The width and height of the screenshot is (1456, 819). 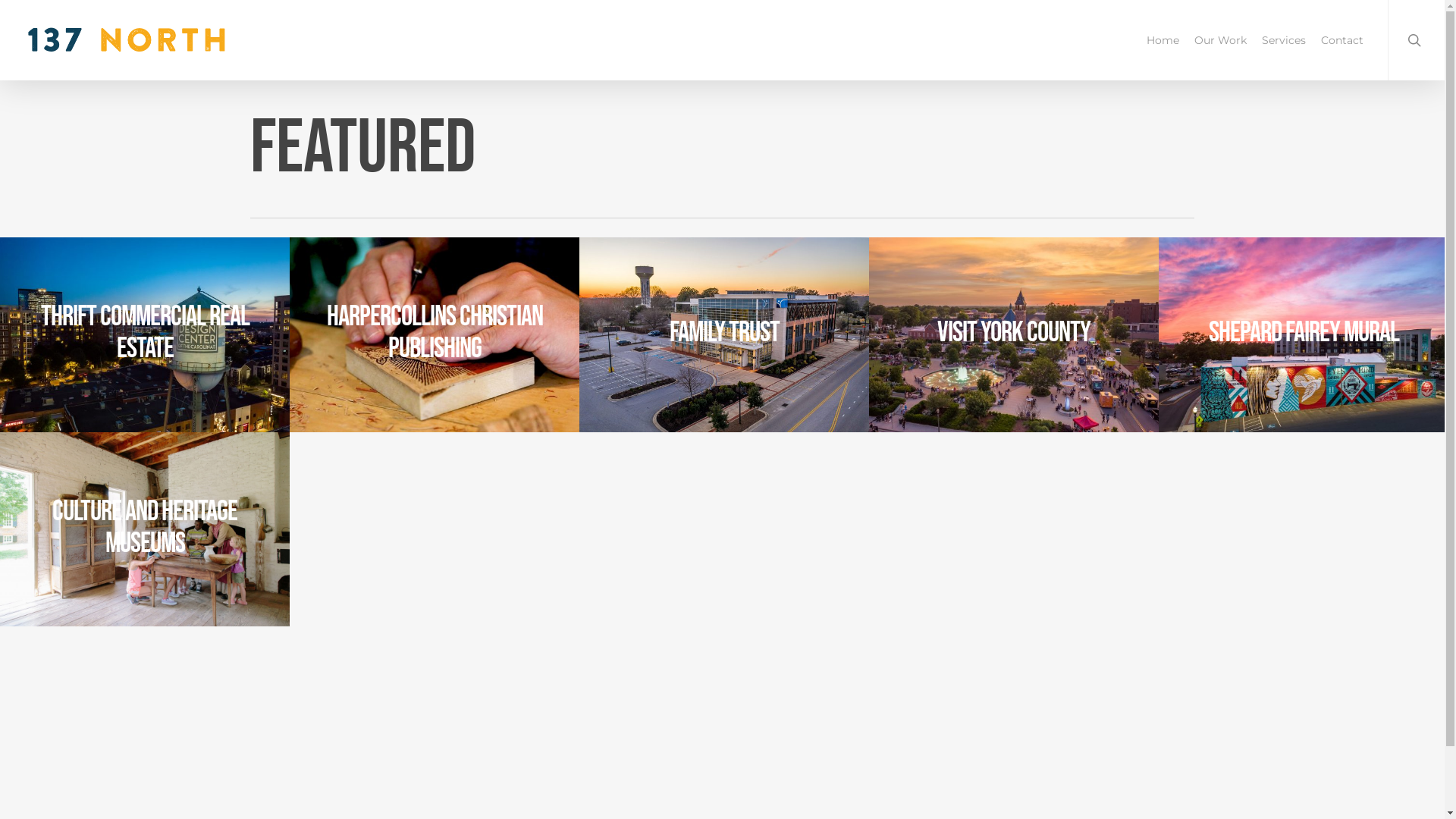 I want to click on 'Services', so click(x=1283, y=39).